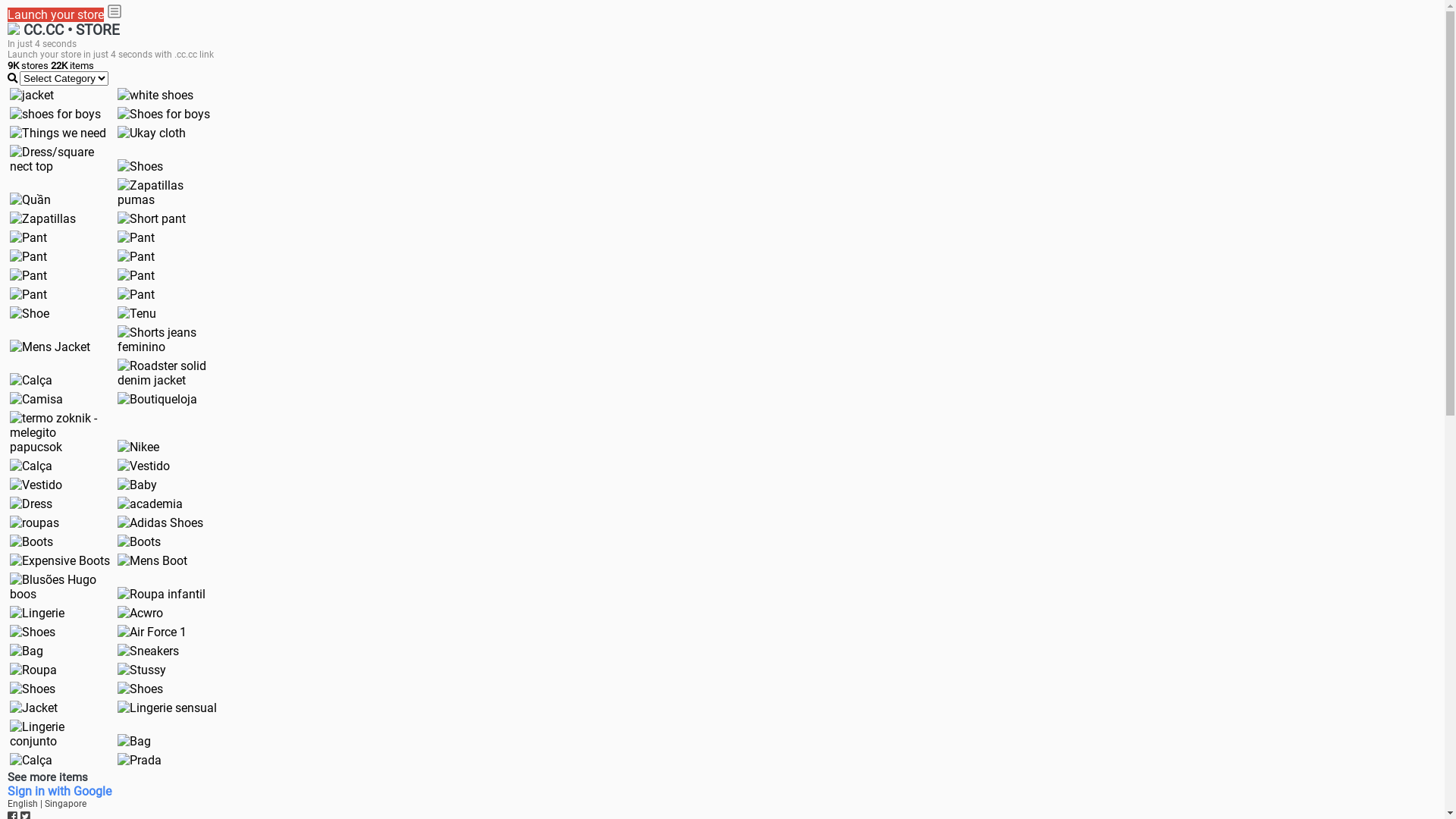  Describe the element at coordinates (116, 465) in the screenshot. I see `'Vestido'` at that location.